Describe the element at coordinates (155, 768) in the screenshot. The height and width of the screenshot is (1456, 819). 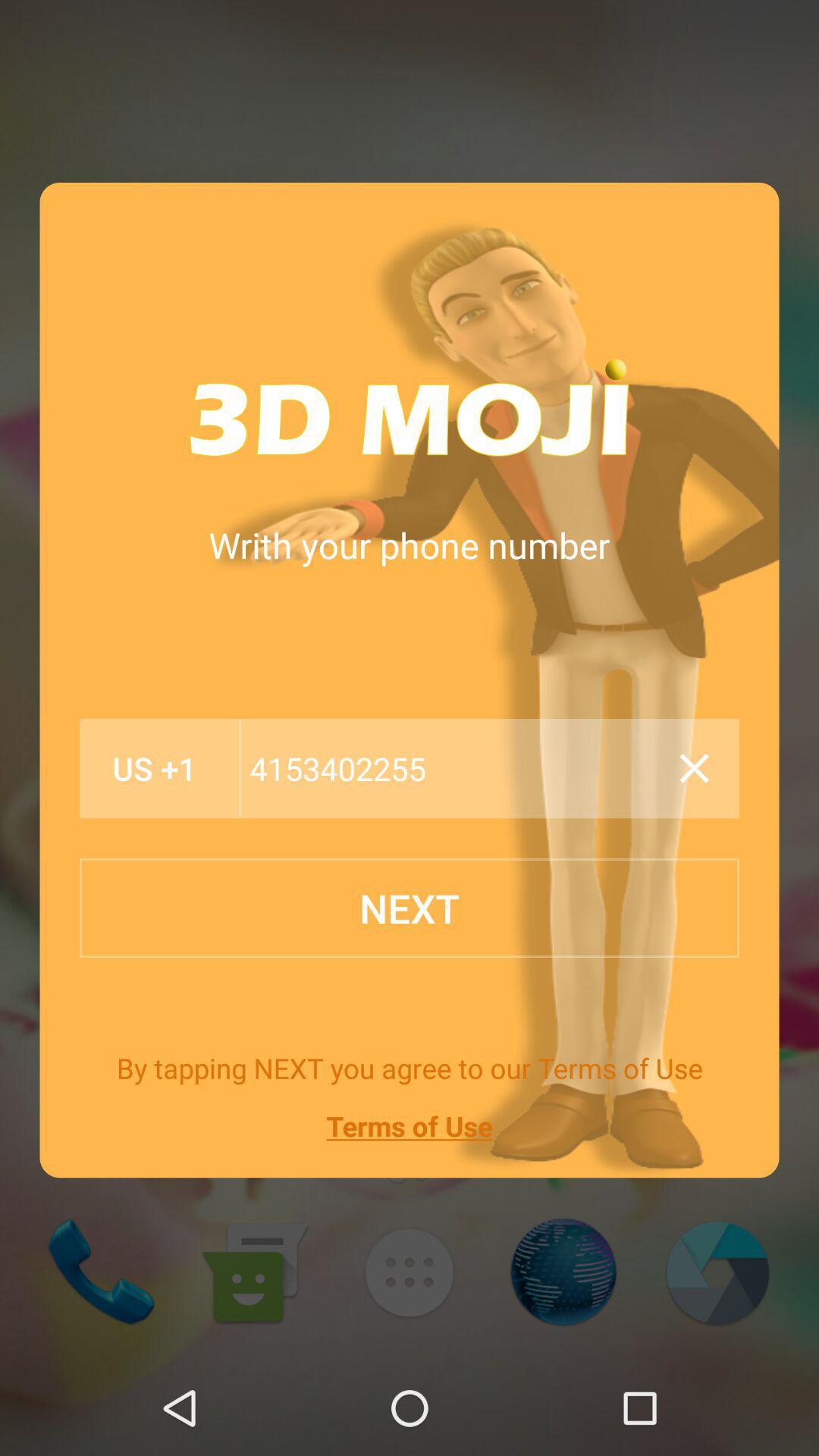
I see `item above next` at that location.